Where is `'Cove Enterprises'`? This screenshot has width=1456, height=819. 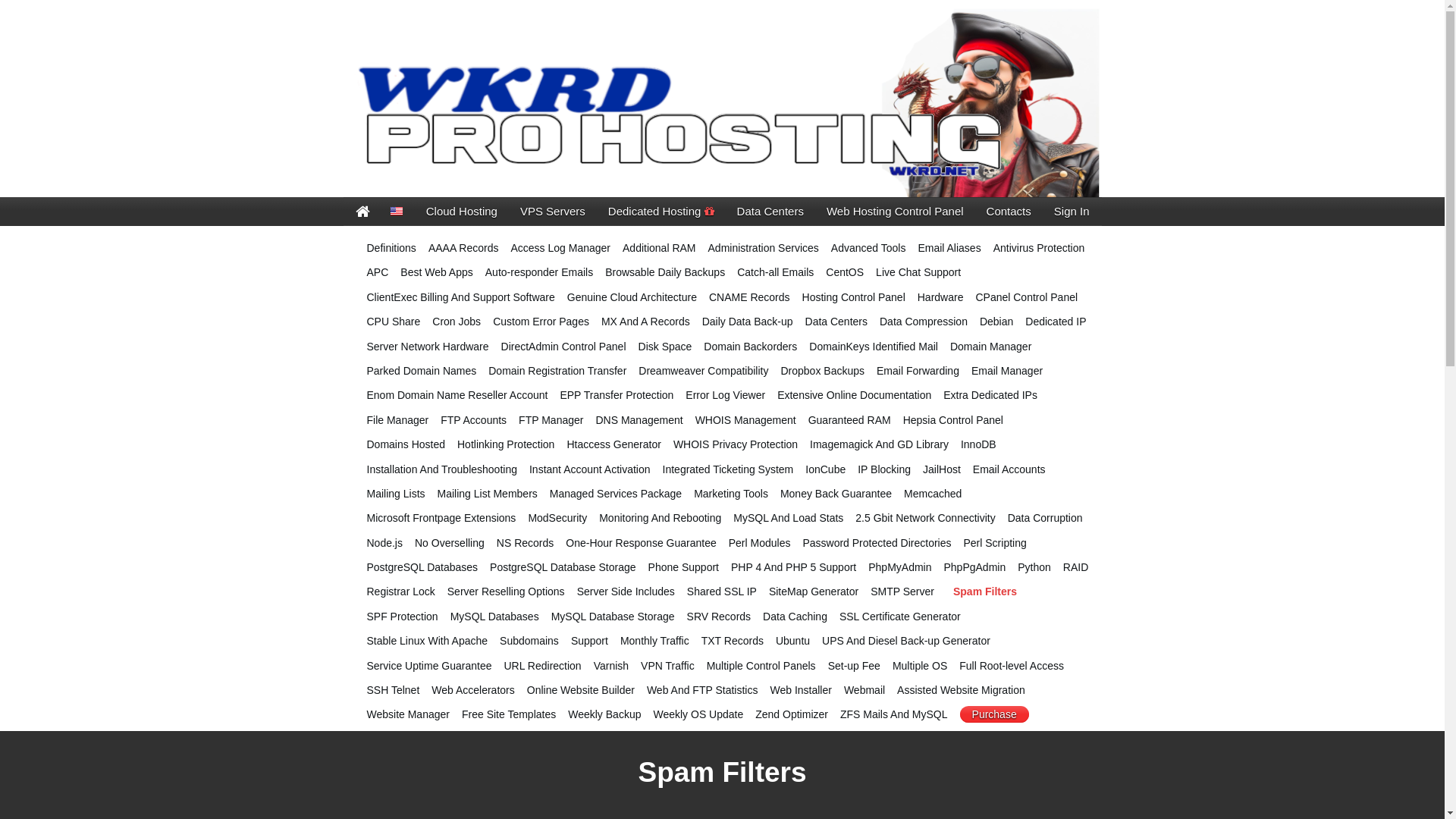 'Cove Enterprises' is located at coordinates (353, 211).